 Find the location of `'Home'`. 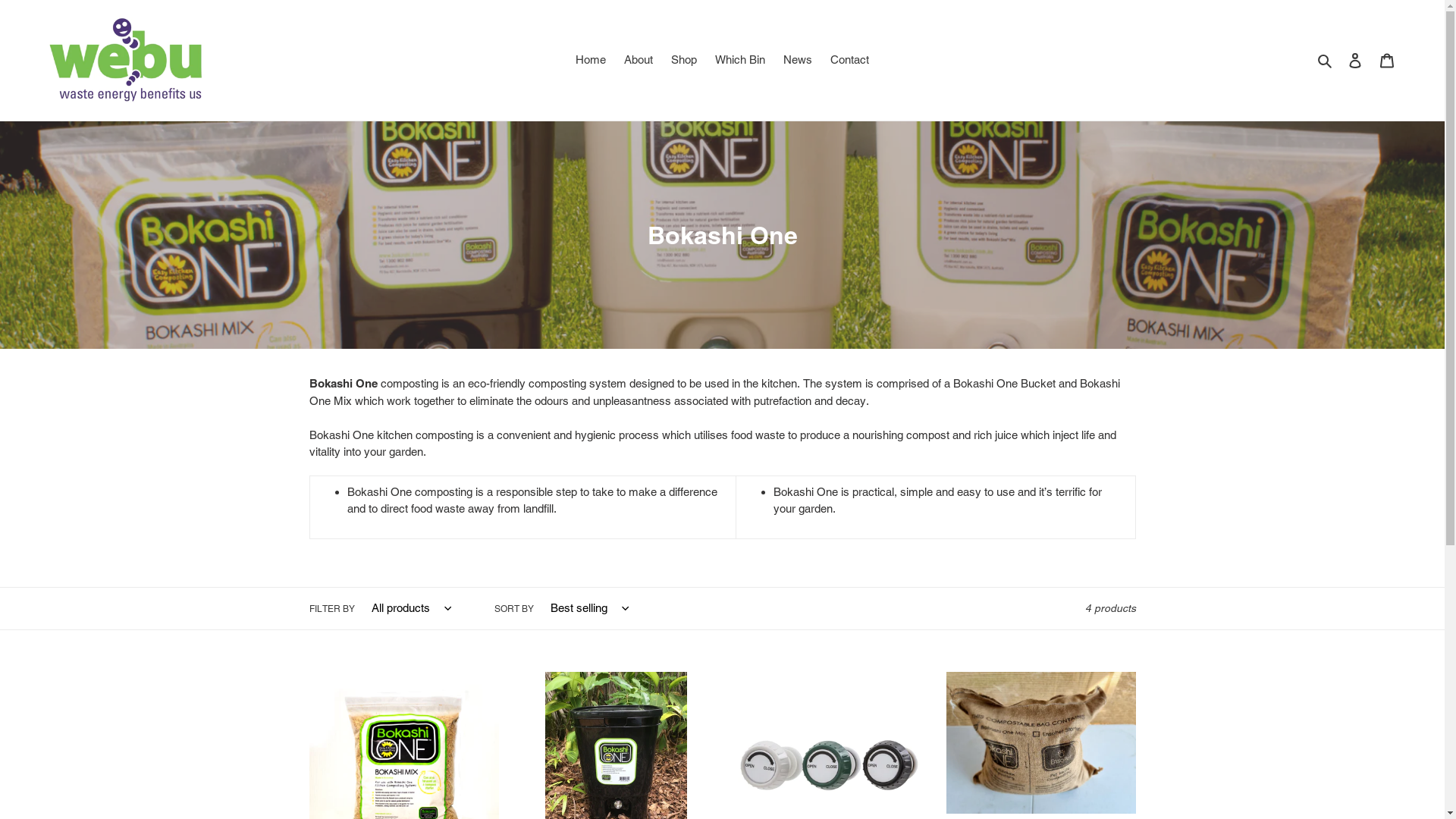

'Home' is located at coordinates (589, 59).